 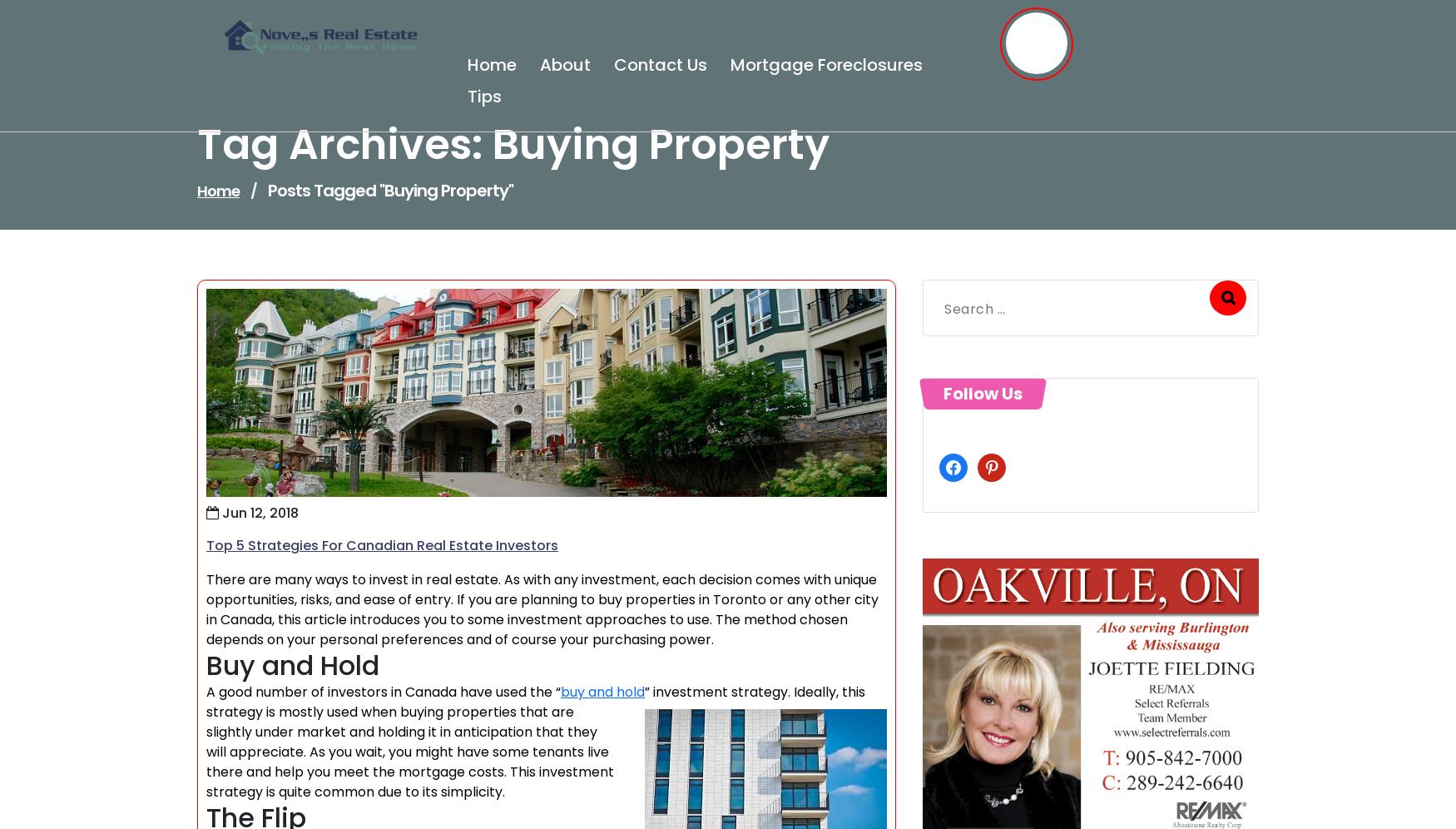 I want to click on 'The services of a realtor are essential when it comes to finding the best real estate deals. If you are not conversant with the rules and nature of the Canadian real estate market, it is imperative to walk with someone who understands the intricacies of this market. If you need to do this while overseas, you need a realtor who is known to help absentee clients find the right deals.', so click(x=544, y=666).